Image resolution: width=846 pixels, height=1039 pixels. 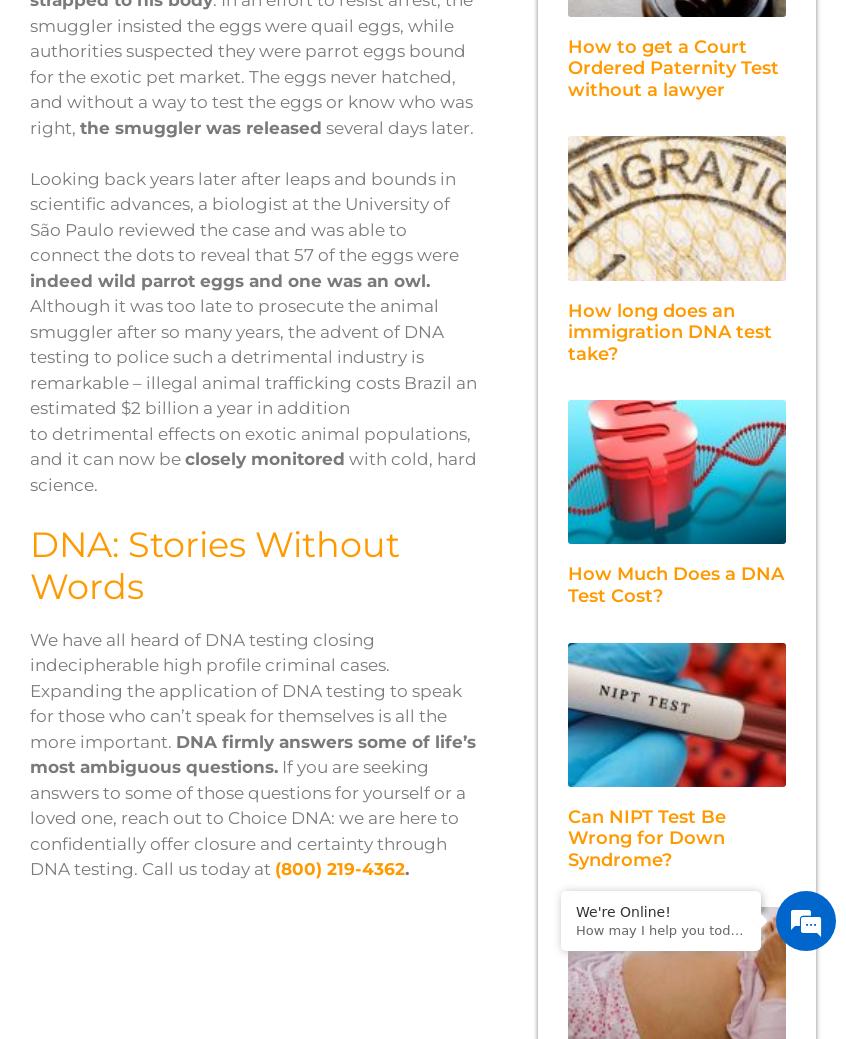 What do you see at coordinates (646, 836) in the screenshot?
I see `'Can NIPT Test Be Wrong for Down Syndrome?'` at bounding box center [646, 836].